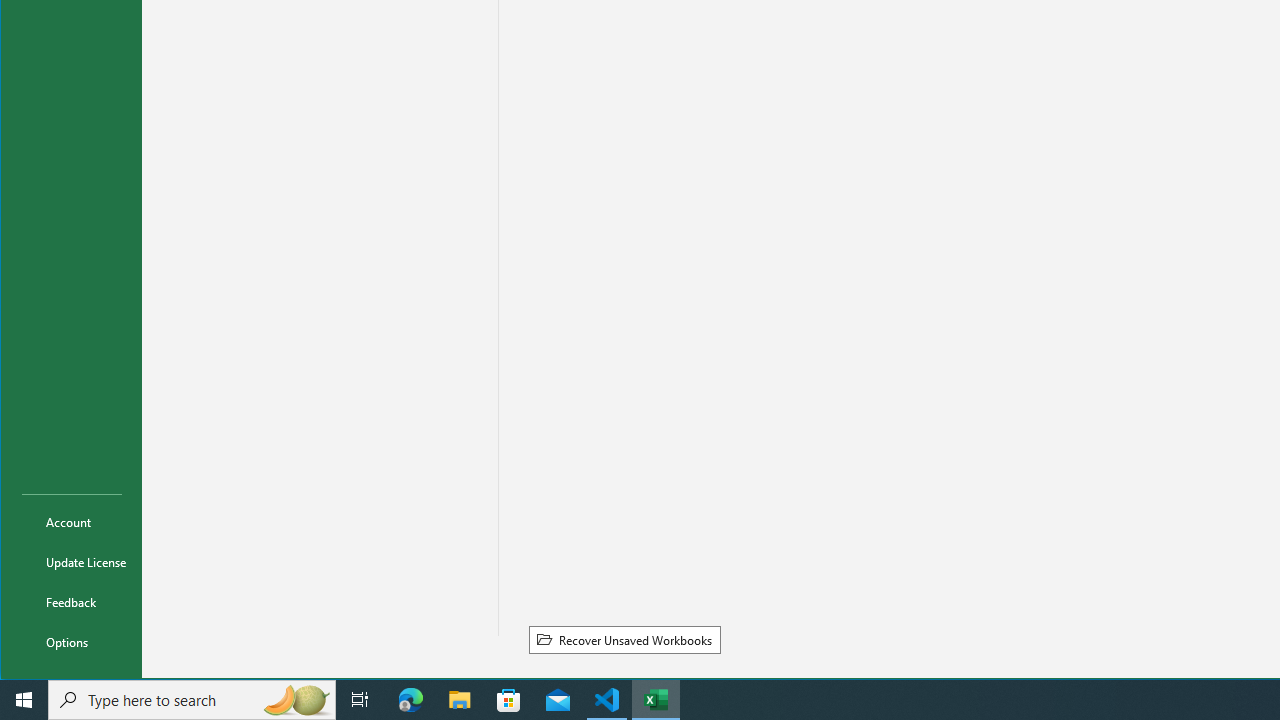  Describe the element at coordinates (359, 698) in the screenshot. I see `'Task View'` at that location.